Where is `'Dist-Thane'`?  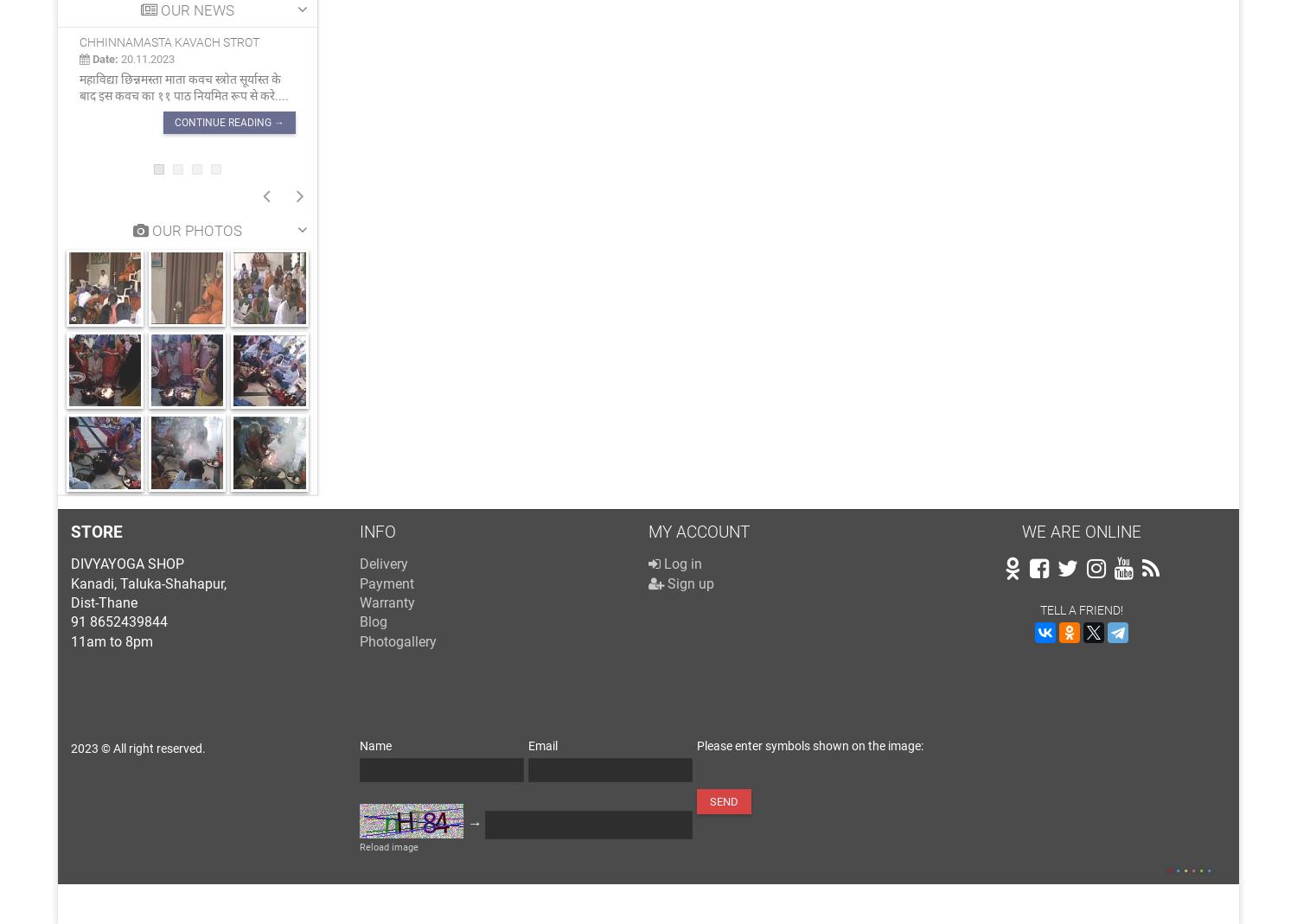 'Dist-Thane' is located at coordinates (70, 601).